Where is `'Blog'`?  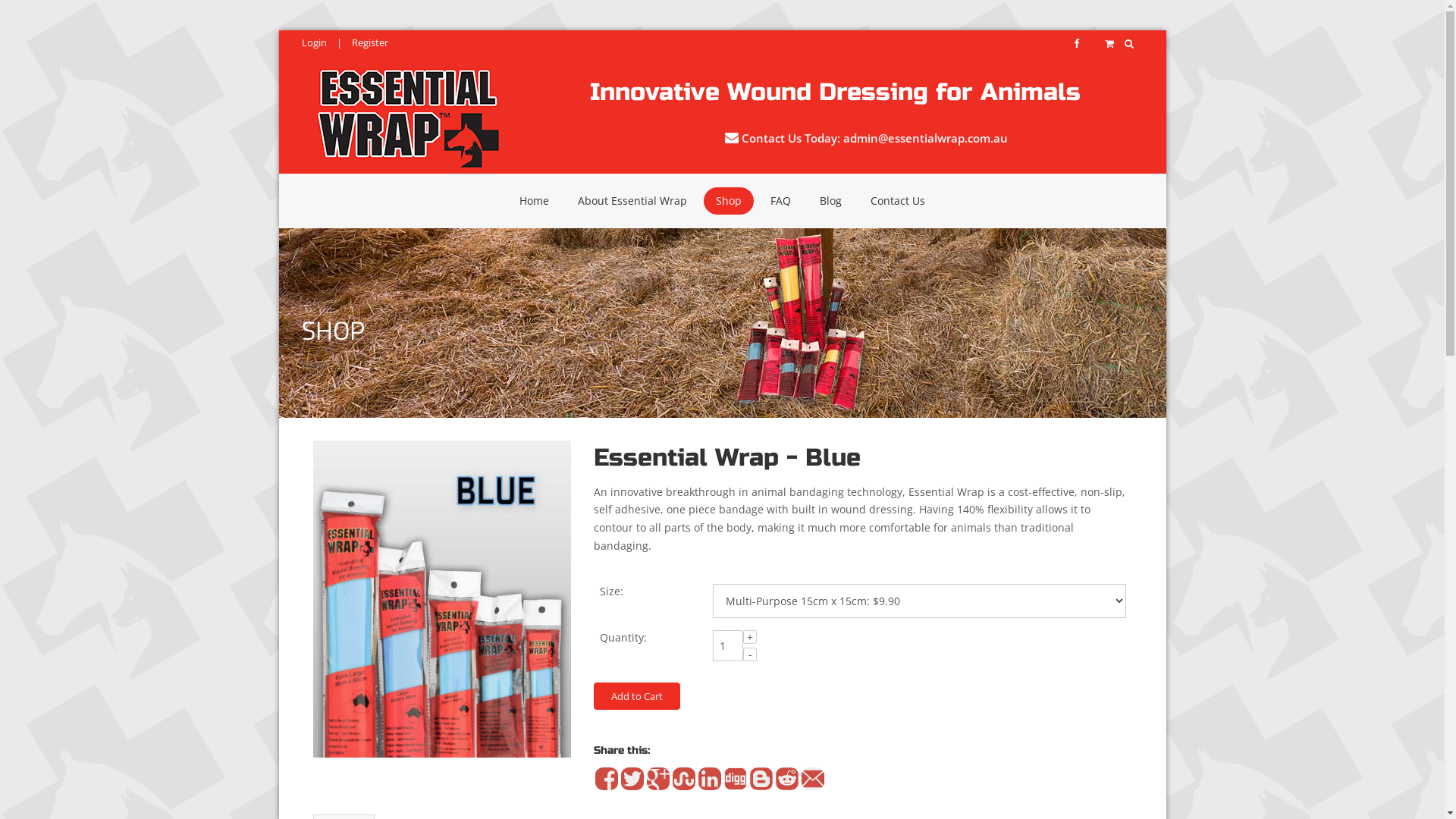
'Blog' is located at coordinates (807, 200).